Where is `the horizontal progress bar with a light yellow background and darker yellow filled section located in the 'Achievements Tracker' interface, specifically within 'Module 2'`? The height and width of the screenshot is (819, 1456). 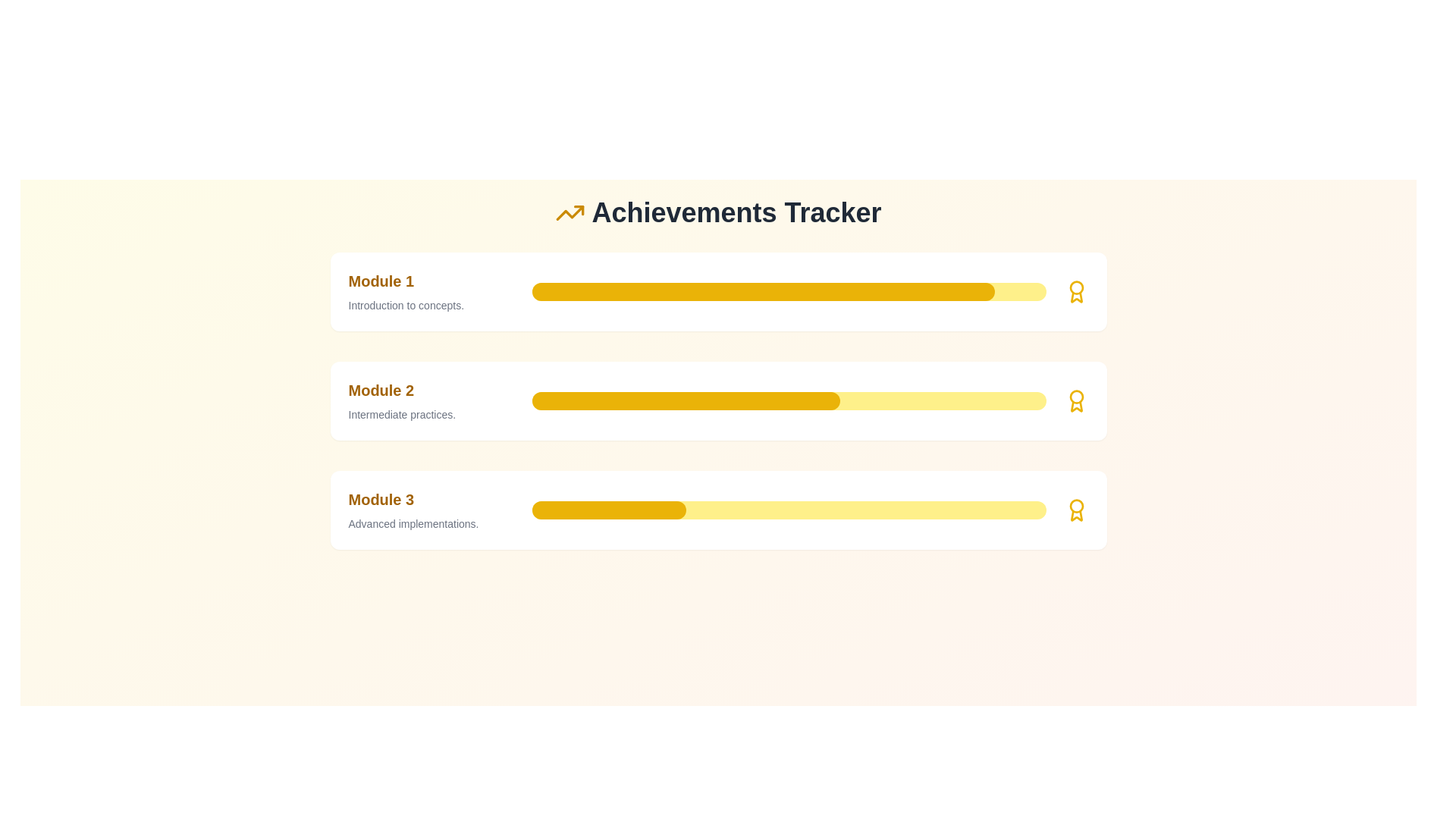
the horizontal progress bar with a light yellow background and darker yellow filled section located in the 'Achievements Tracker' interface, specifically within 'Module 2' is located at coordinates (789, 400).